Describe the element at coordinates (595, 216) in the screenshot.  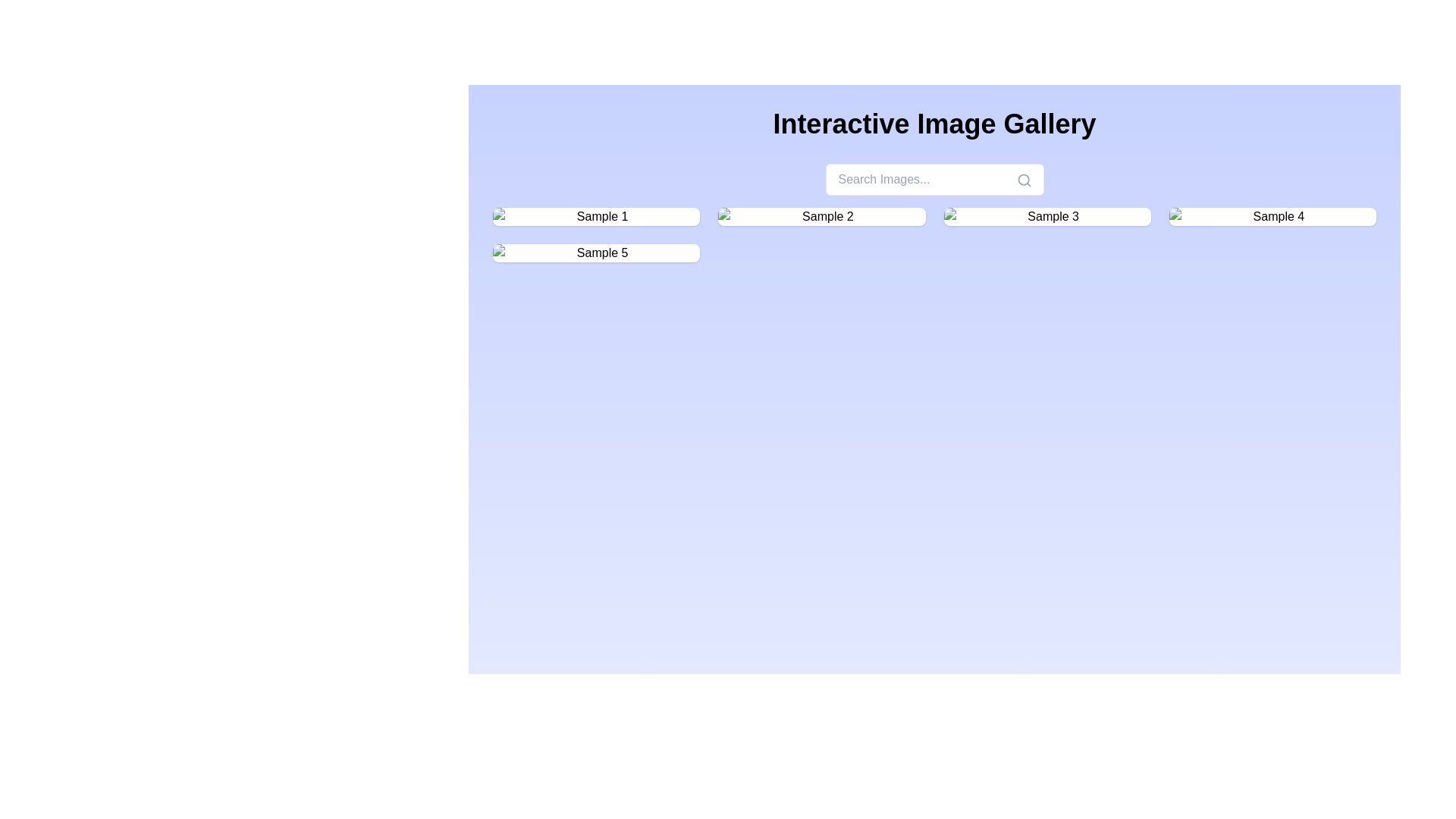
I see `the first Interactive Image Card in the grid layout, positioned at the top left corner, directly above the card labeled 'Sample 5'` at that location.